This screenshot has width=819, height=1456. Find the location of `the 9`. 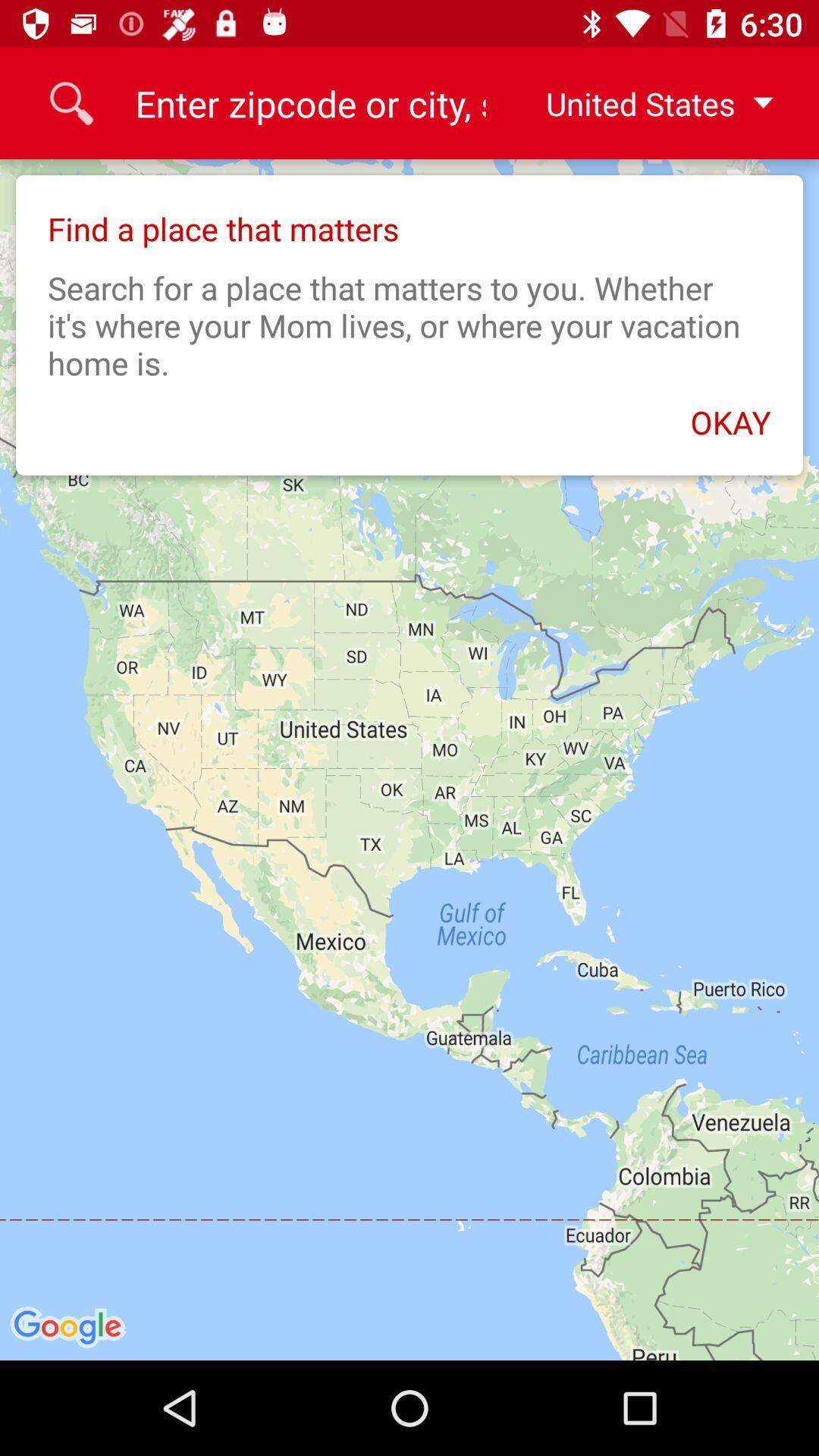

the 9 is located at coordinates (309, 102).